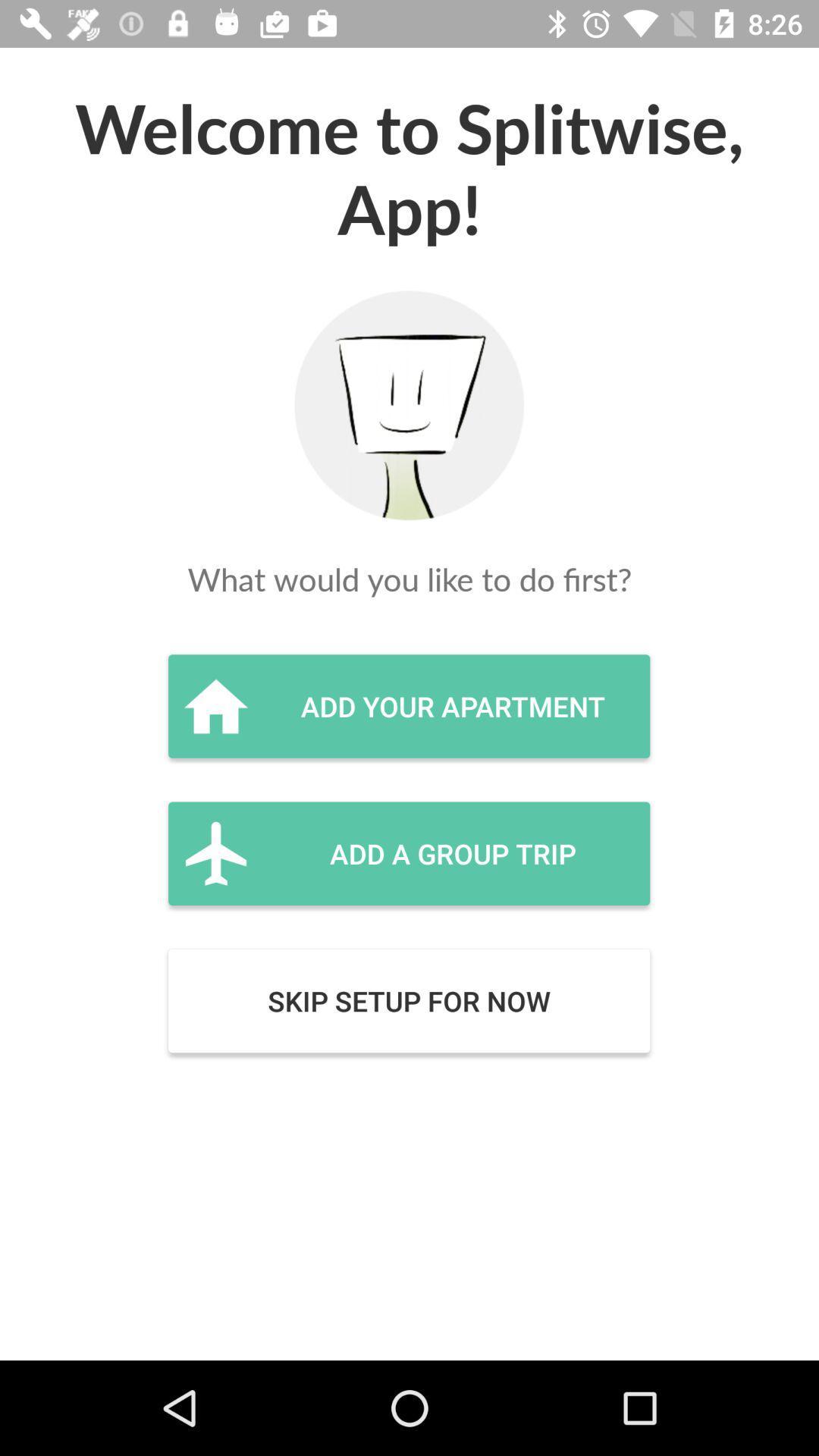 This screenshot has height=1456, width=819. I want to click on skip setup for item, so click(408, 1001).